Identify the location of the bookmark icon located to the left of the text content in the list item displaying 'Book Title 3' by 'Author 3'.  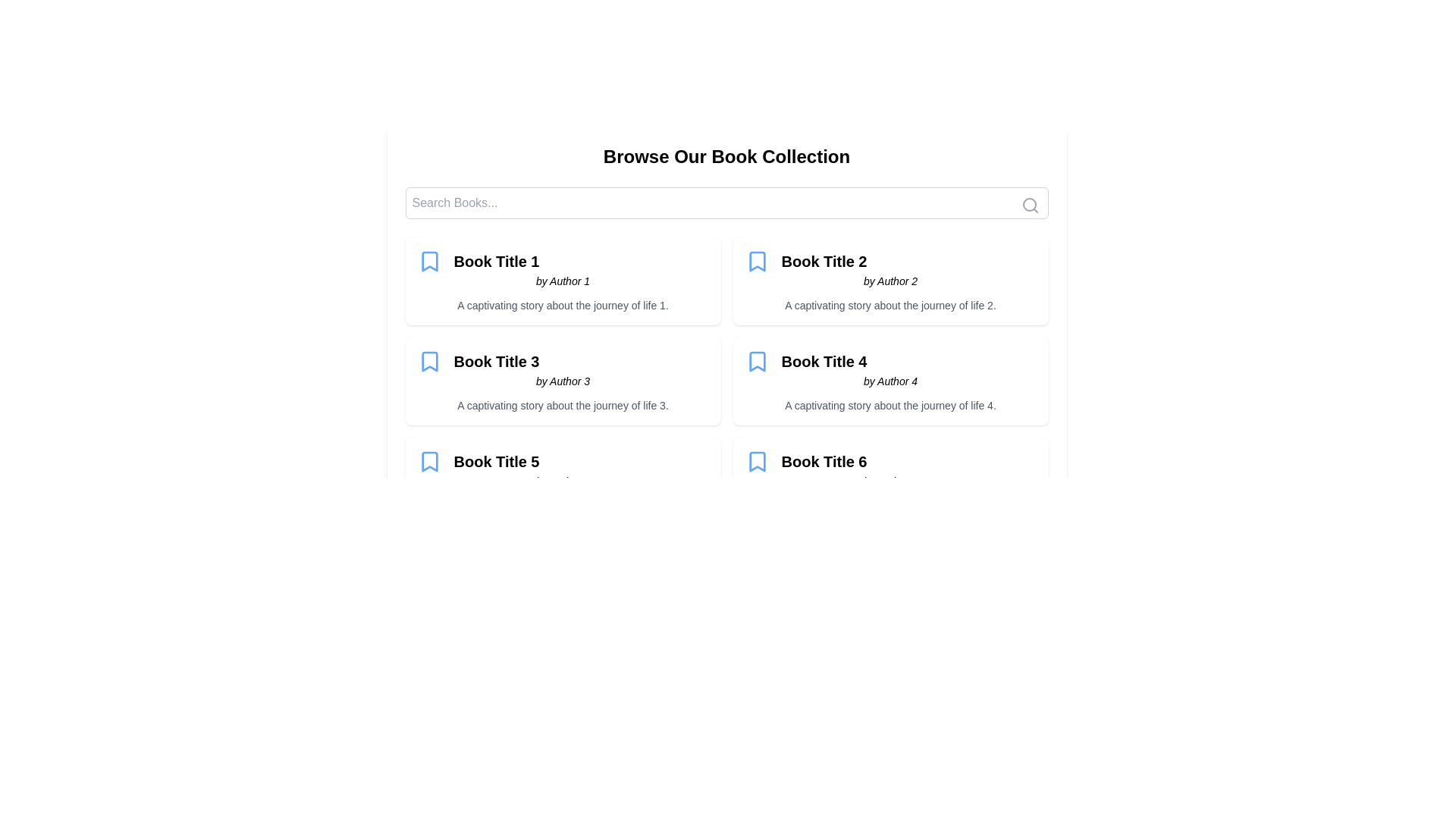
(428, 362).